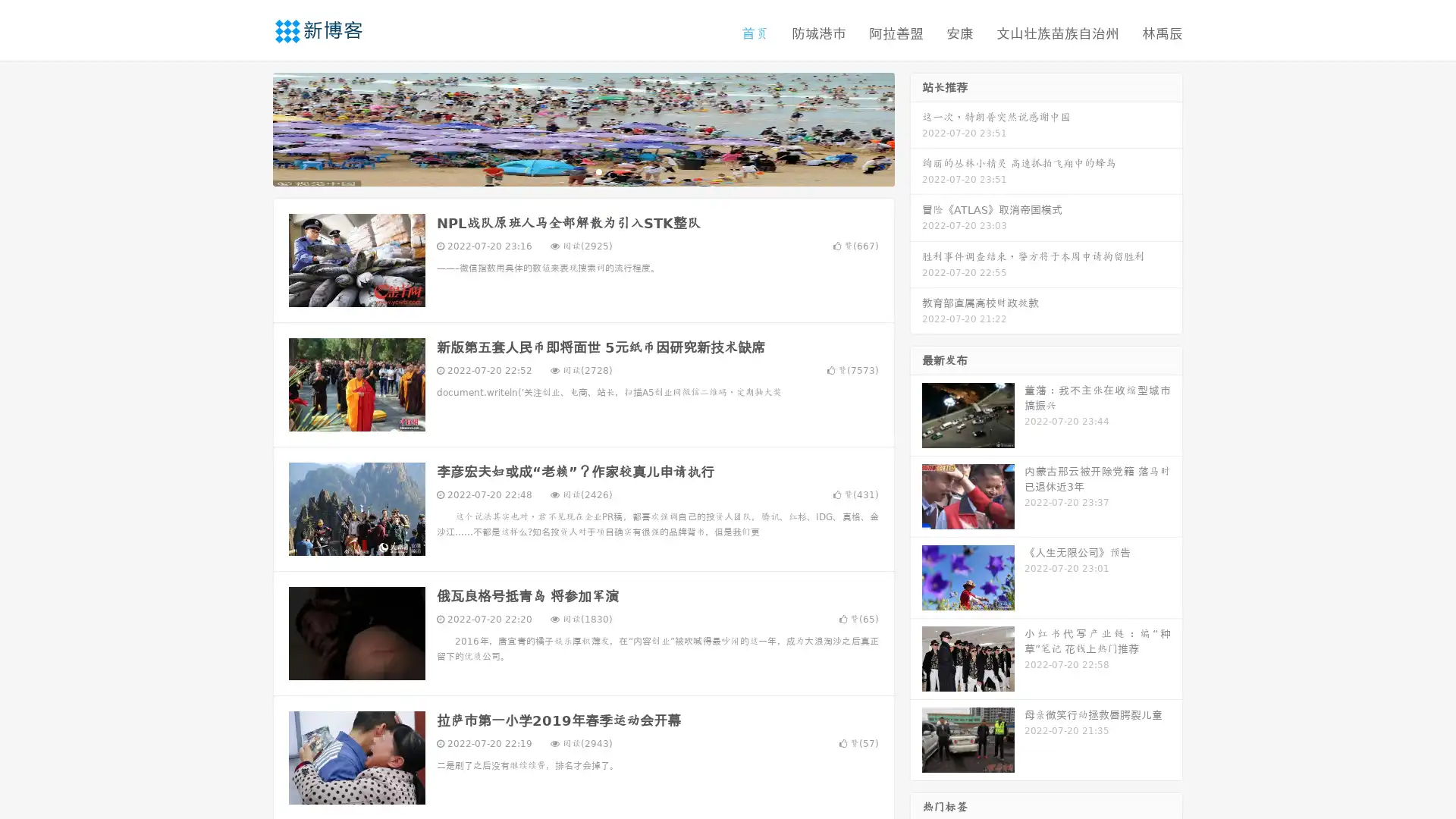 Image resolution: width=1456 pixels, height=819 pixels. I want to click on Previous slide, so click(250, 127).